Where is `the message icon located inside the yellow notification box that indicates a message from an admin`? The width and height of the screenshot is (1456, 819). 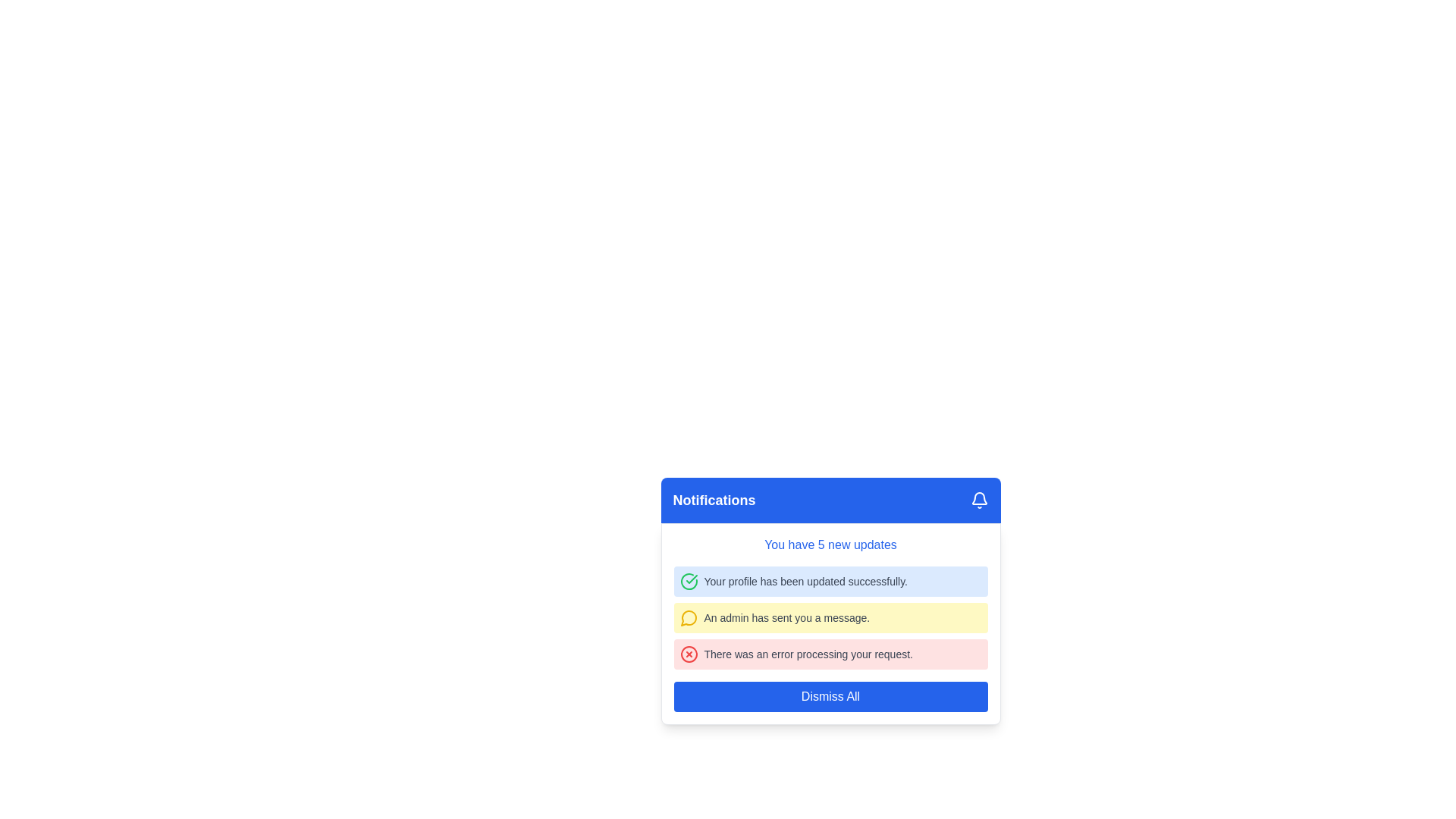 the message icon located inside the yellow notification box that indicates a message from an admin is located at coordinates (688, 617).